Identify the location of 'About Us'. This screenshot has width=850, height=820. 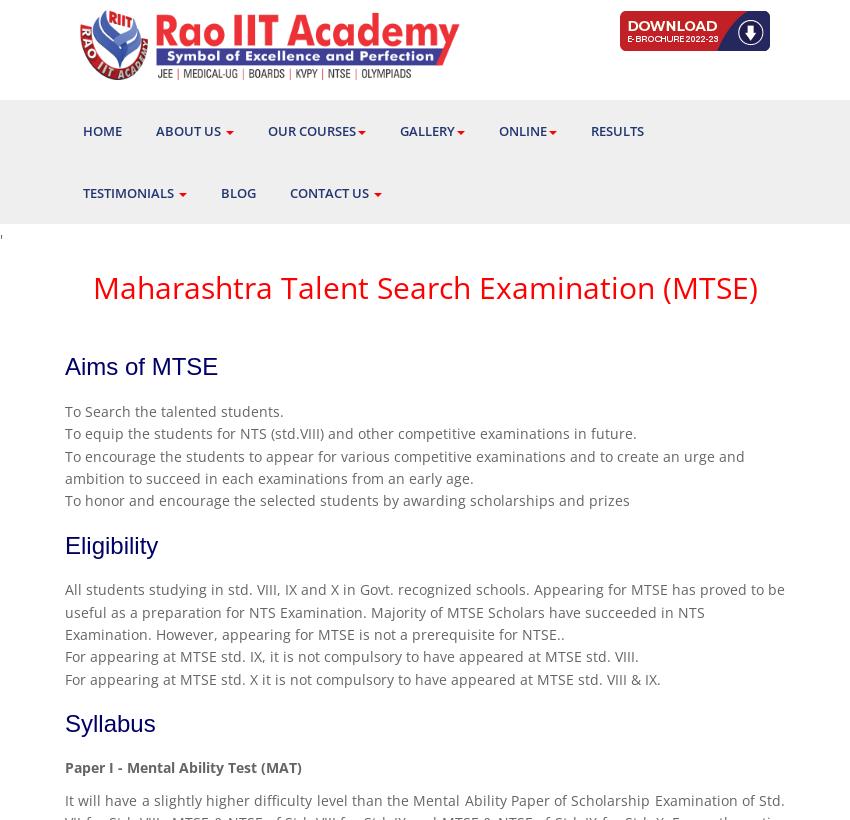
(188, 130).